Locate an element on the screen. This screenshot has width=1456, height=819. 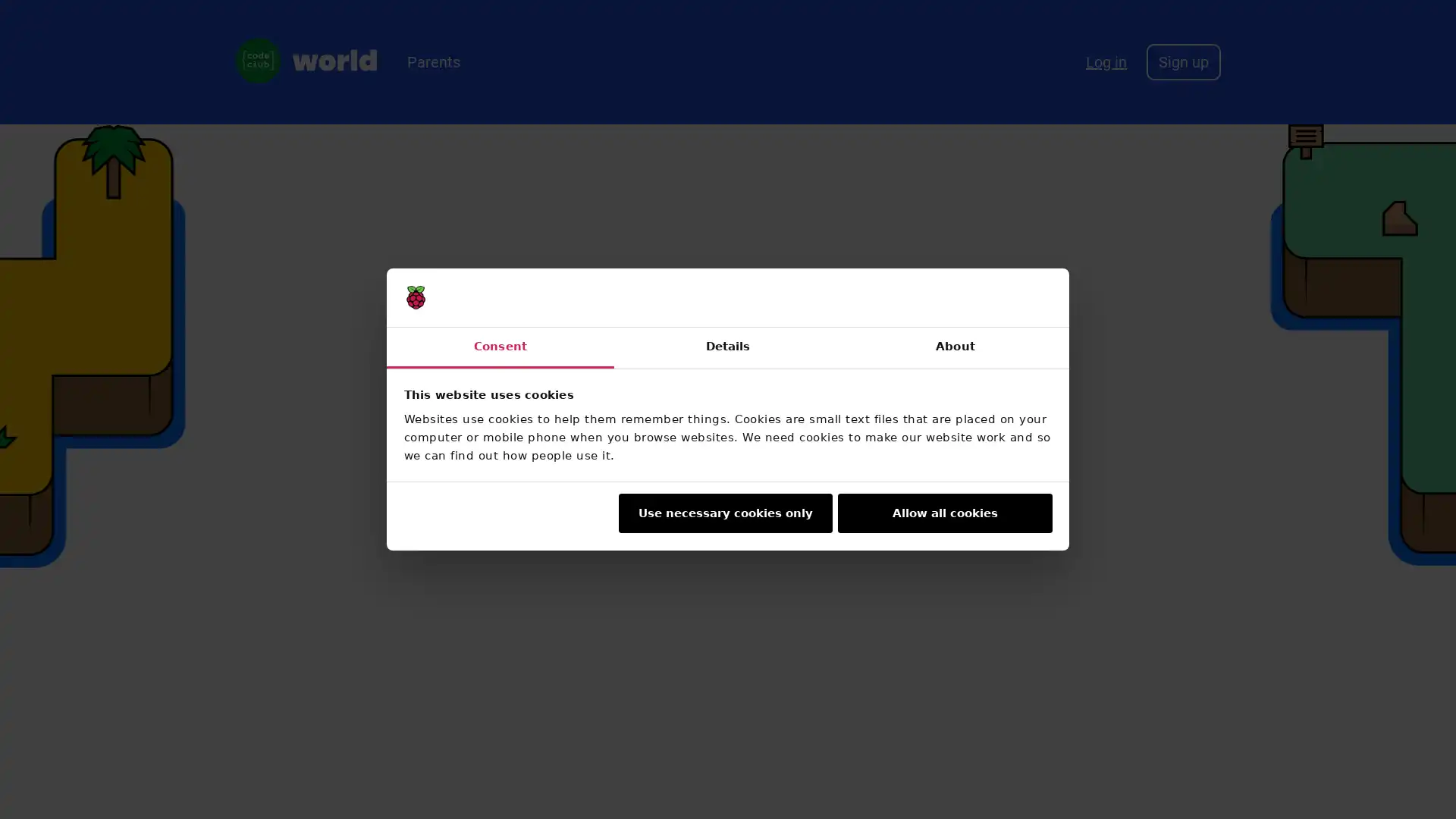
Log in is located at coordinates (1106, 61).